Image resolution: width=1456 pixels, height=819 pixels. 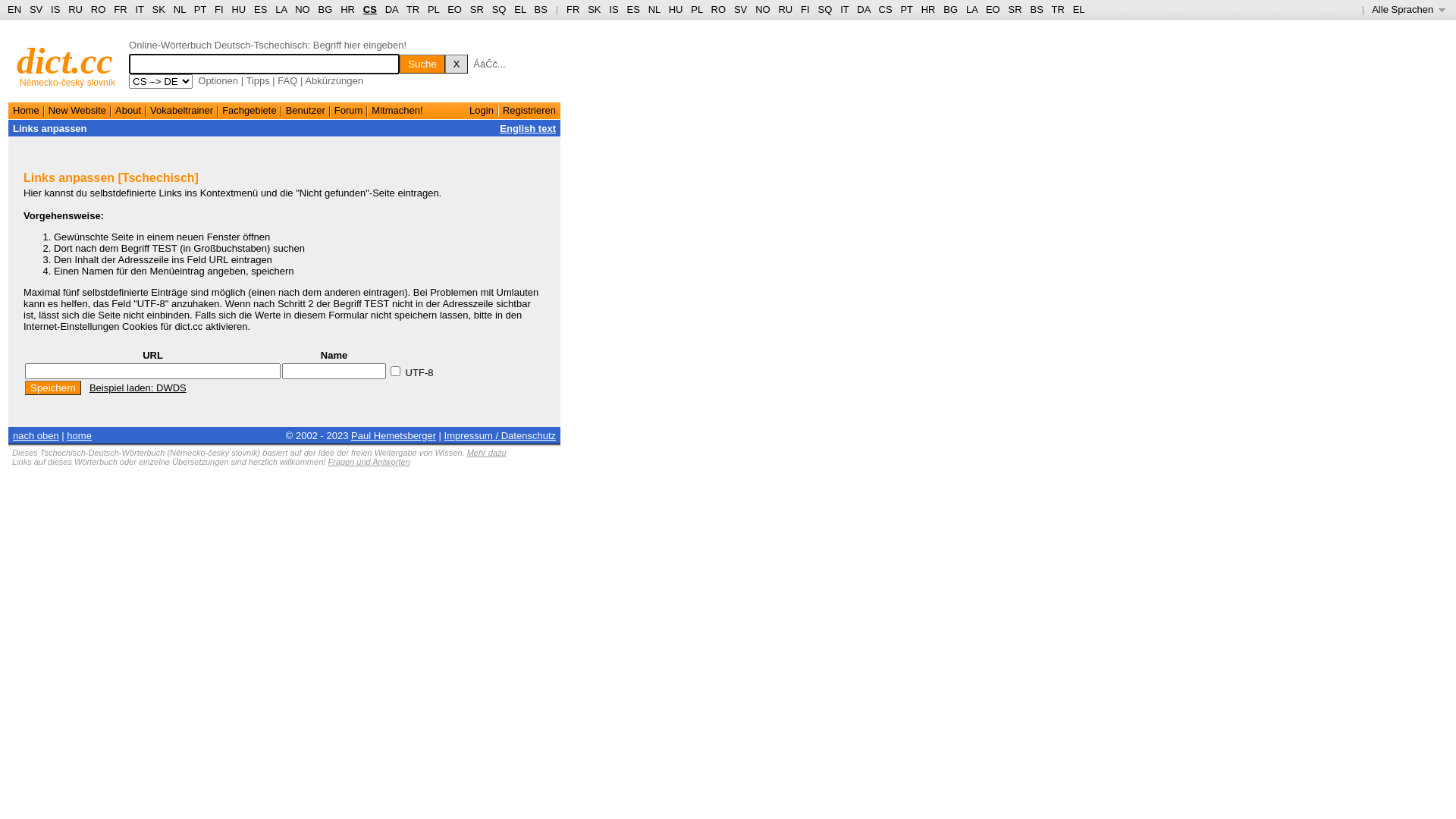 What do you see at coordinates (519, 9) in the screenshot?
I see `'EL'` at bounding box center [519, 9].